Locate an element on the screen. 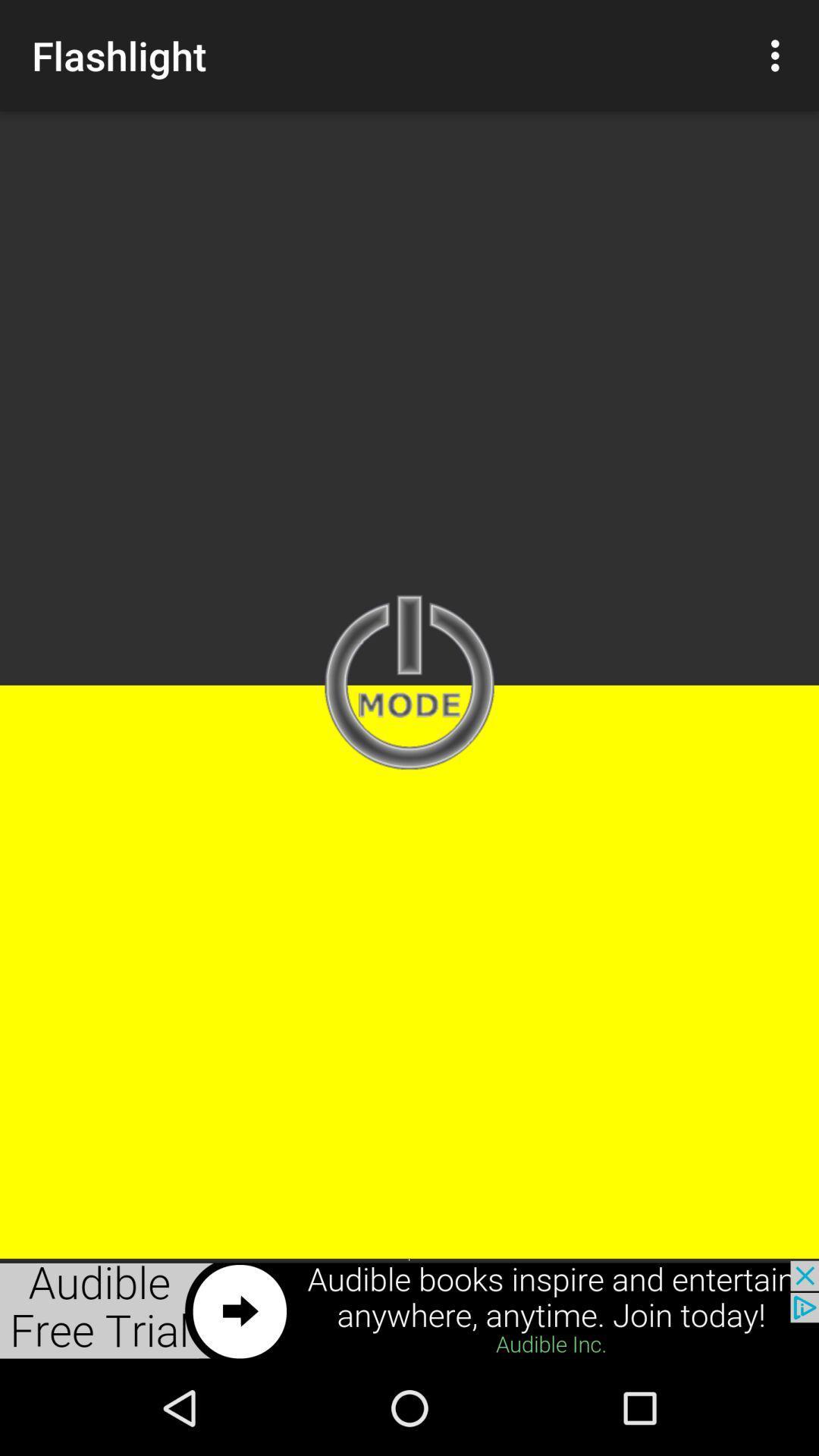 This screenshot has width=819, height=1456. power button is located at coordinates (409, 683).